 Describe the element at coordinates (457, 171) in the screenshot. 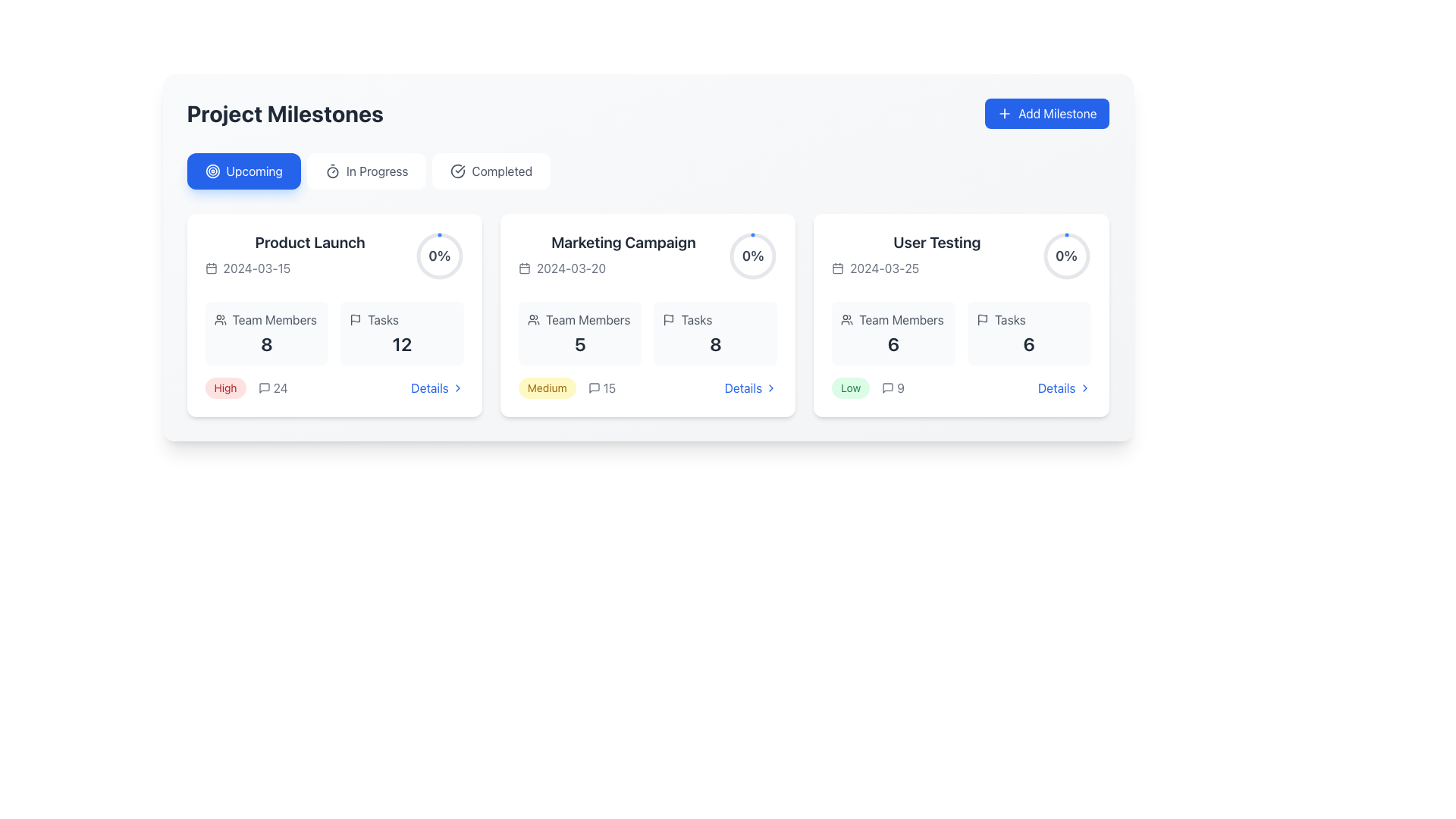

I see `the decorative and indicative graphical element of the completion icon located in the top right corner of the 'Completed' section tab` at that location.